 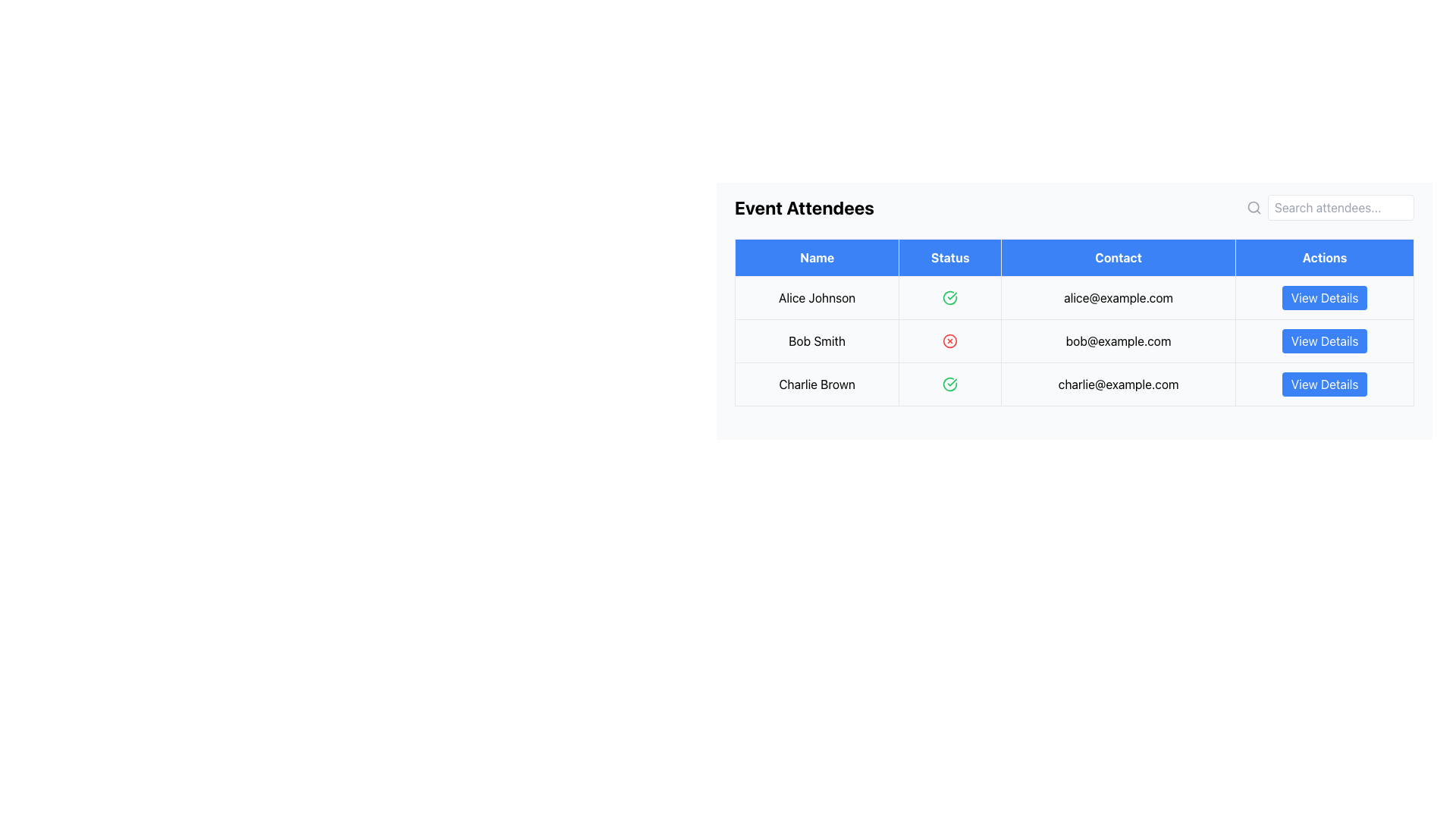 What do you see at coordinates (1254, 207) in the screenshot?
I see `the search icon located in the top-right corner of the interface, to the immediate left of the text input field with the placeholder 'Search attendees...'` at bounding box center [1254, 207].